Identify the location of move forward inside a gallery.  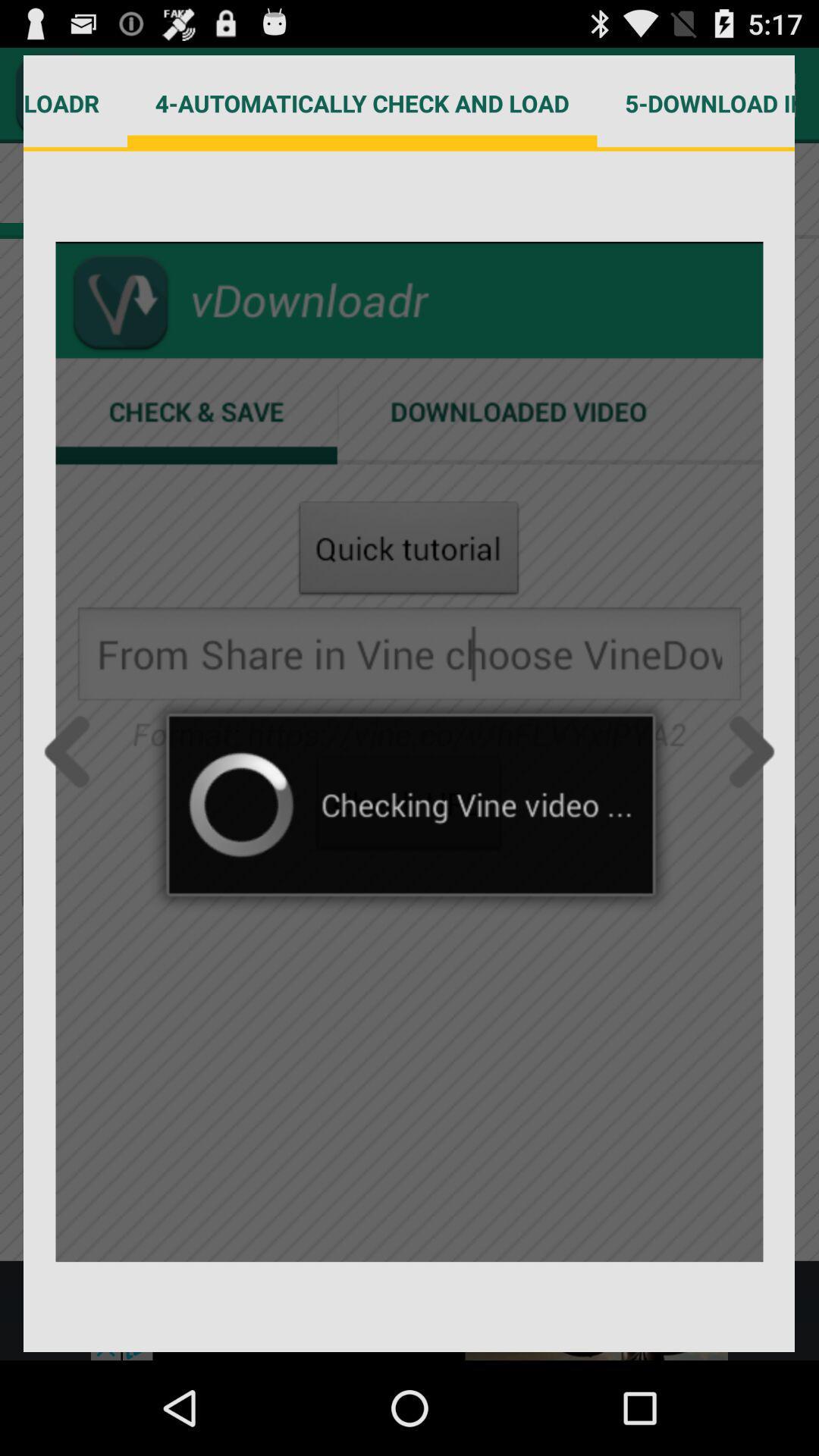
(746, 752).